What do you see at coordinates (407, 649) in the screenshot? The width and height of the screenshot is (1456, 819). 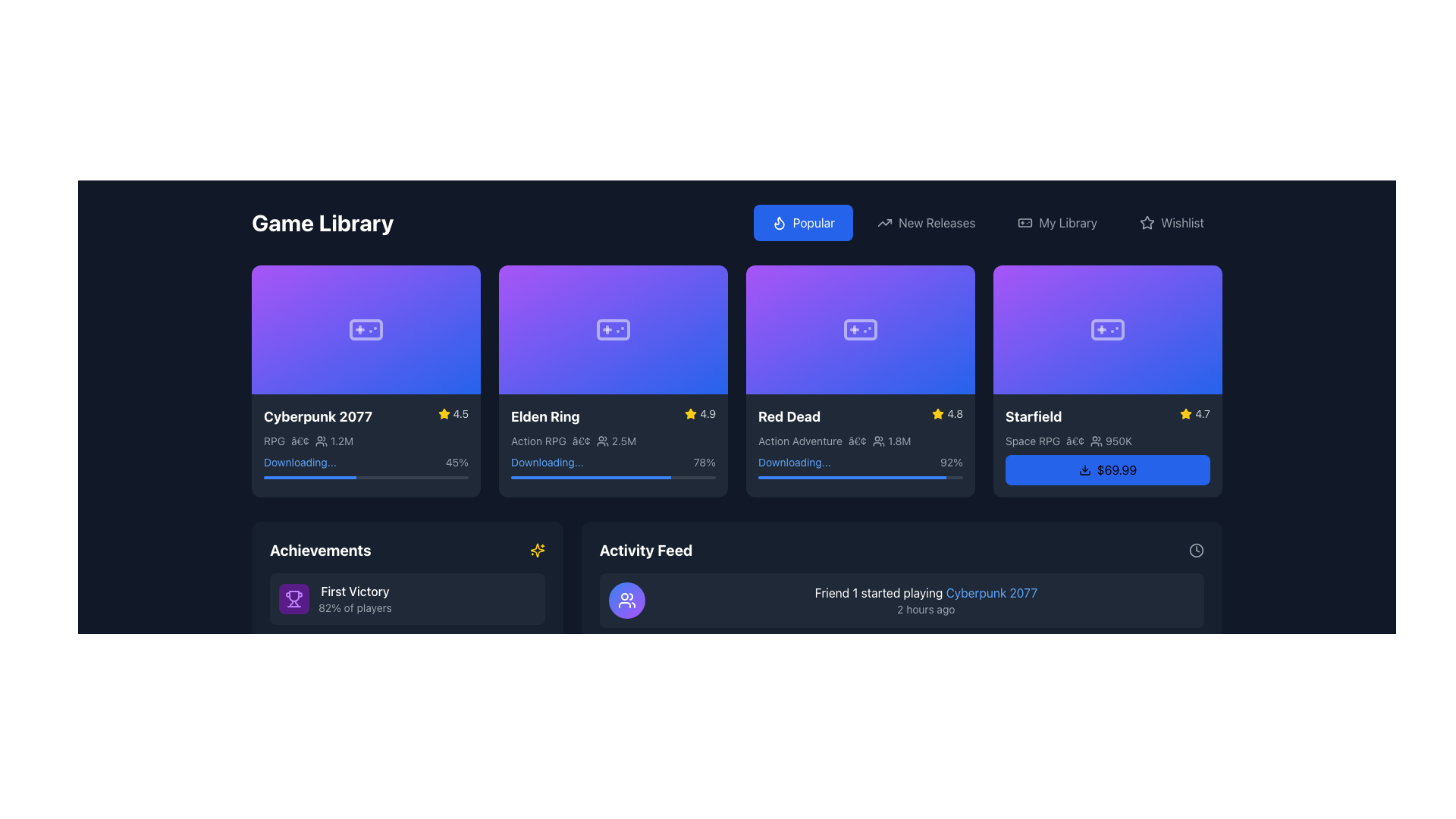 I see `the Information panel, which displays user achievements in a game, located in the bottom left section of the layout adjacent to the Activity Feed` at bounding box center [407, 649].